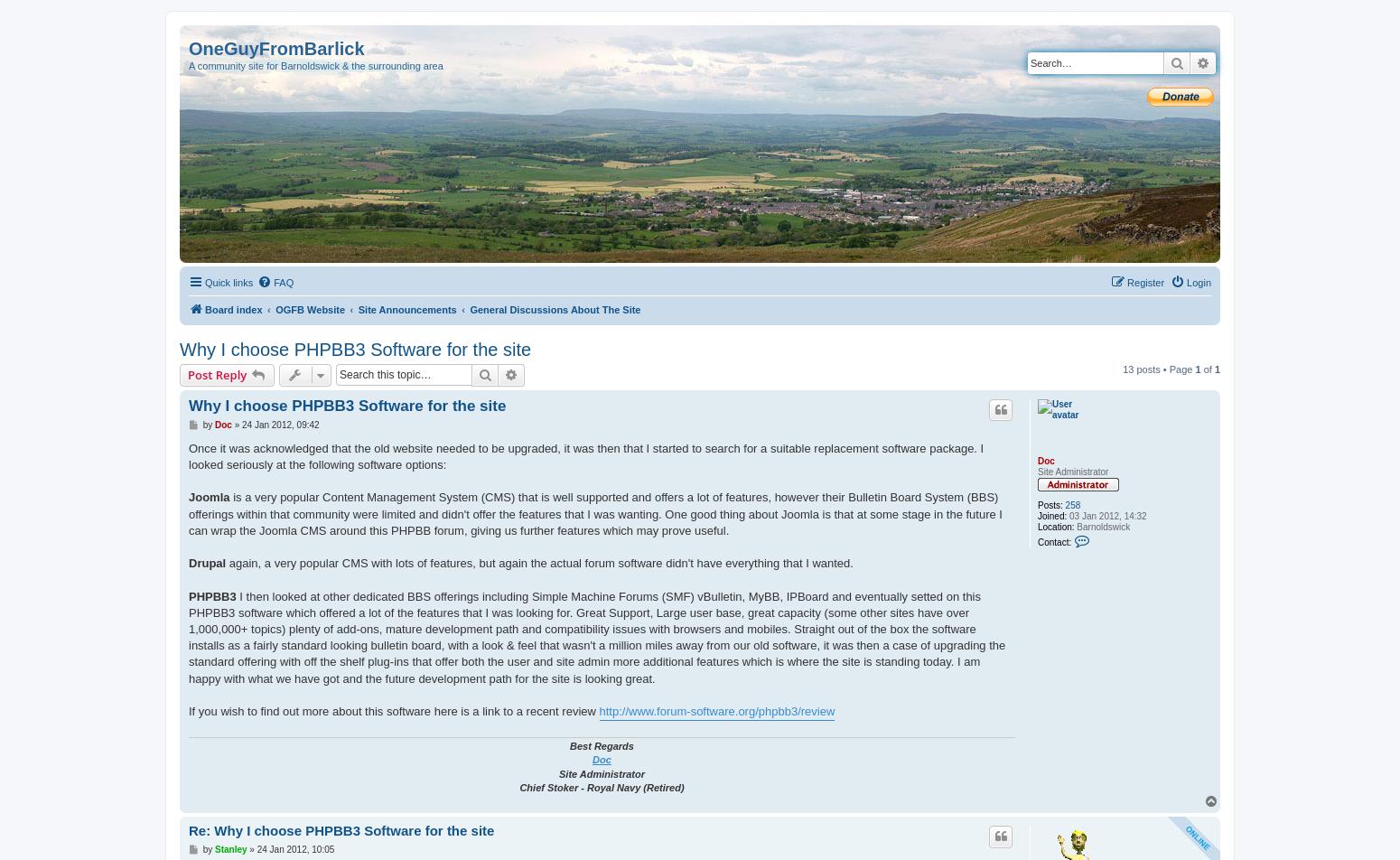 This screenshot has height=860, width=1400. I want to click on 'OGFB Website', so click(309, 310).